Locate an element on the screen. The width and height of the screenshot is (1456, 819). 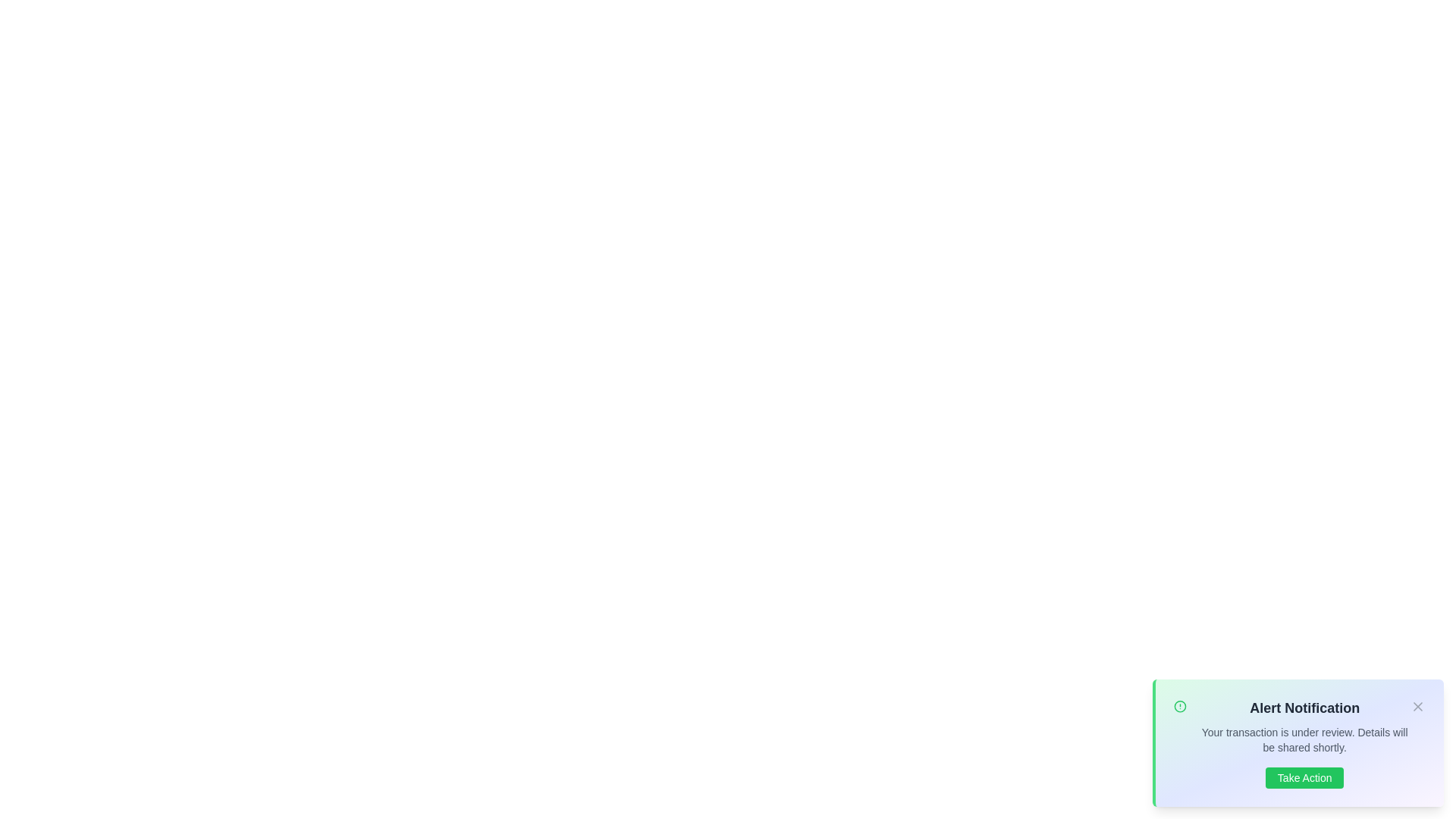
the 'Take Action' button to execute the described action is located at coordinates (1304, 778).